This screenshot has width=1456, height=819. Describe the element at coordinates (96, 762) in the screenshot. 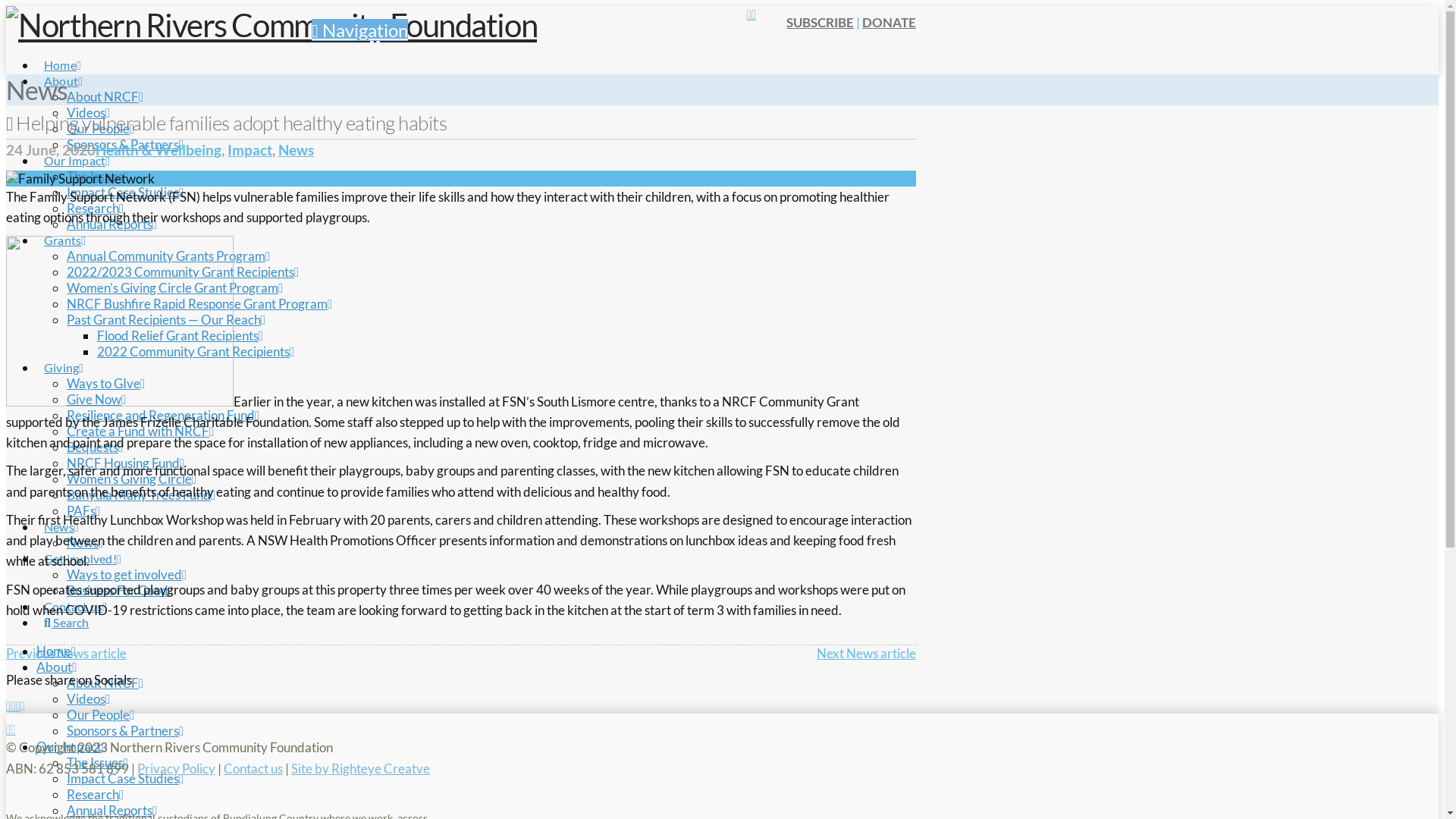

I see `'The Issues'` at that location.